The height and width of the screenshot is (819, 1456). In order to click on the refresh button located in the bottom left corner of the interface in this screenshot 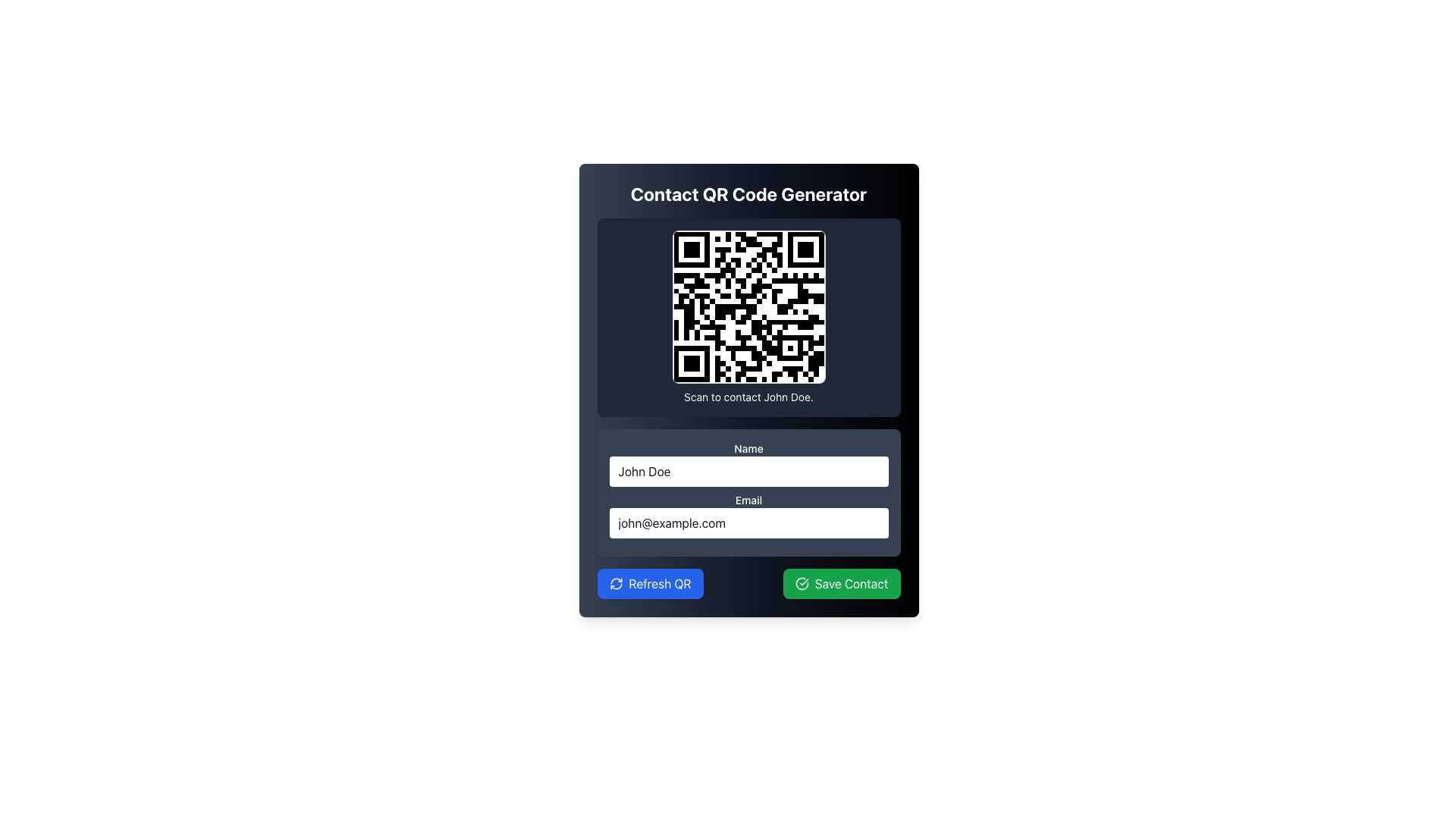, I will do `click(650, 583)`.